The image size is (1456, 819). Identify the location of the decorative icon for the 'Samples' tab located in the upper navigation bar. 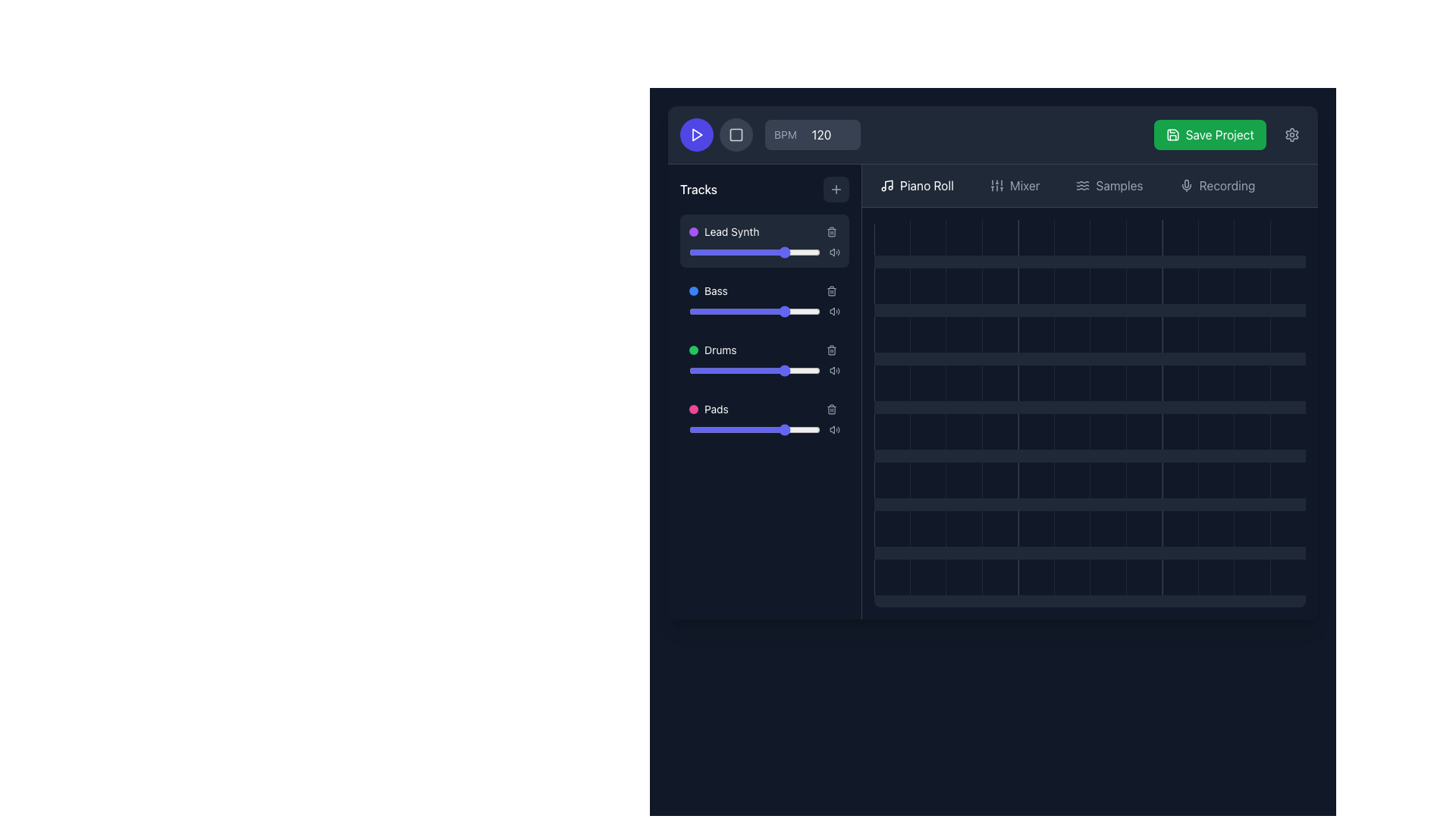
(1082, 185).